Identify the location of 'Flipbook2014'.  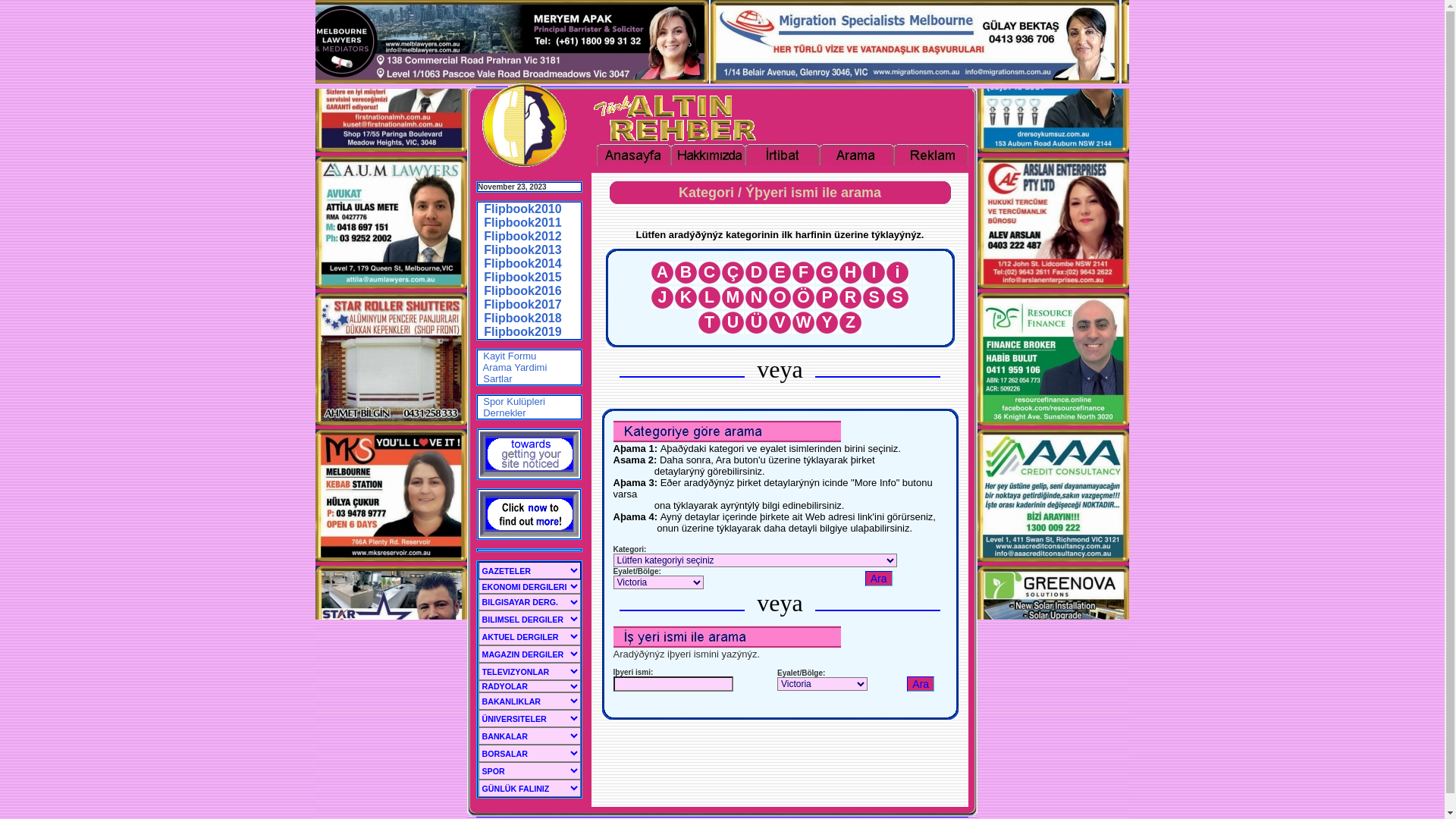
(522, 262).